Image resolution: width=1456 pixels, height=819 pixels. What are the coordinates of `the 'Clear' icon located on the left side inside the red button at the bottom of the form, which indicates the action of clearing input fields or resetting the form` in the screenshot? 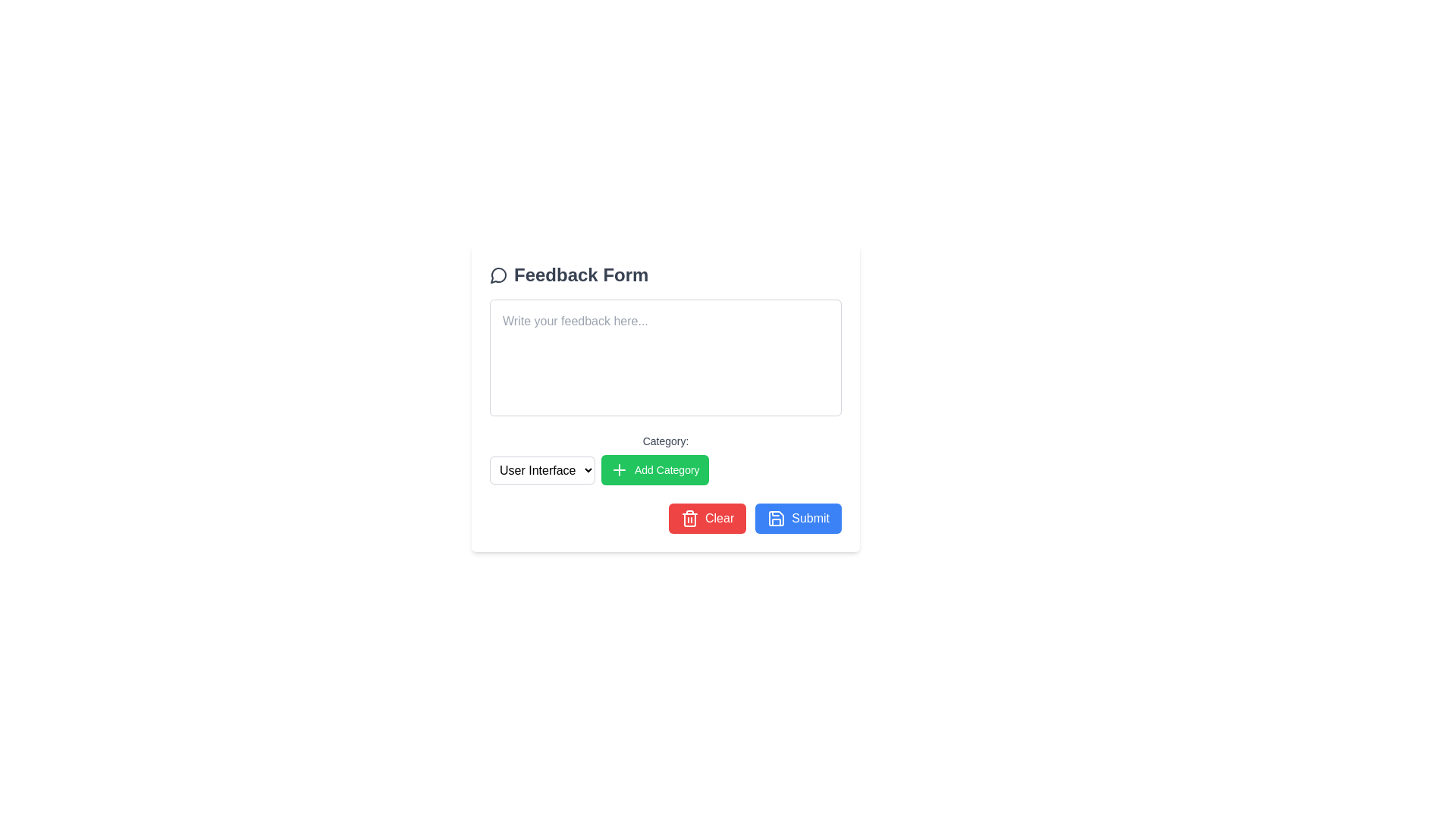 It's located at (689, 517).